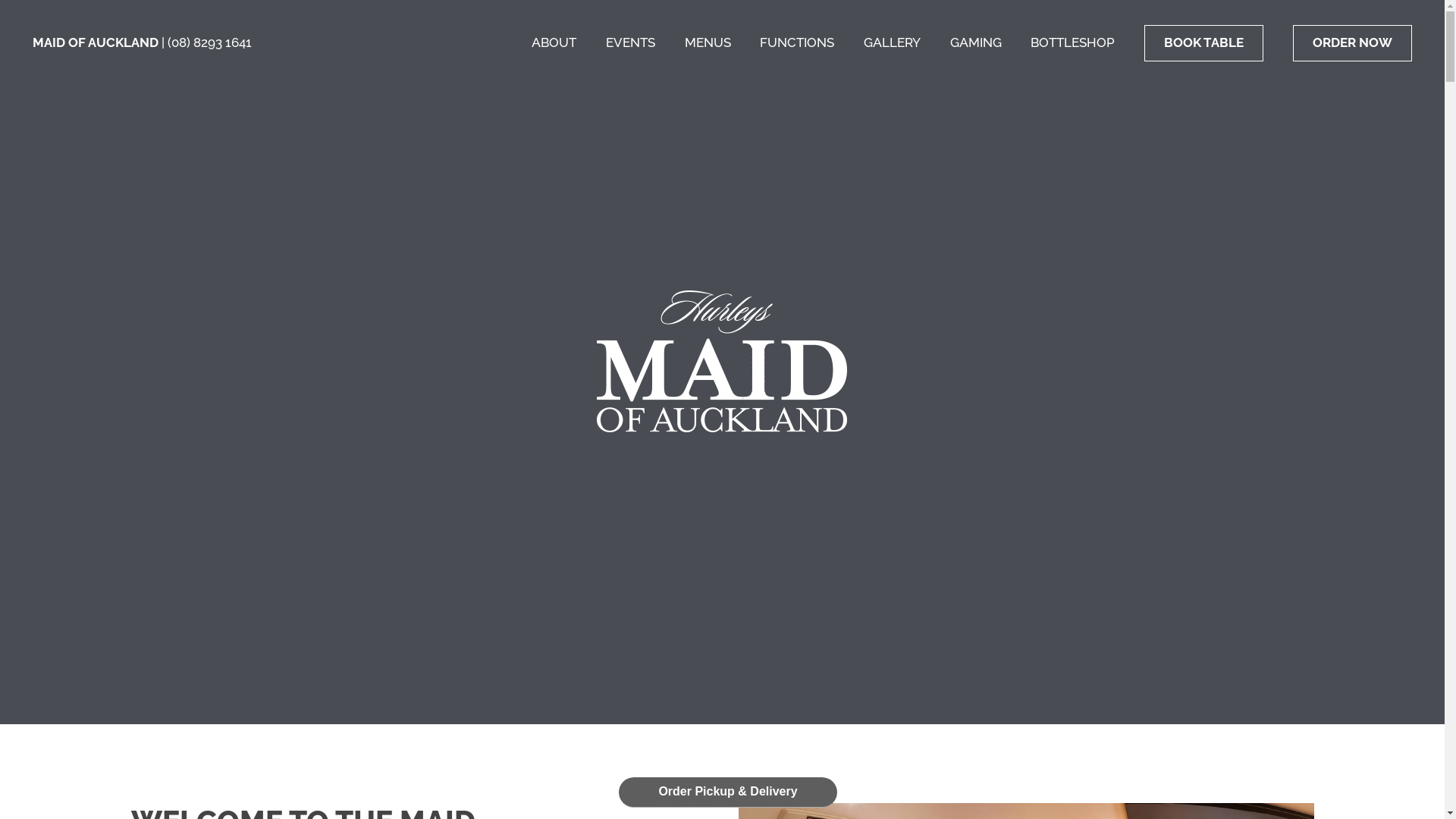 The height and width of the screenshot is (819, 1456). Describe the element at coordinates (1352, 42) in the screenshot. I see `'ORDER NOW'` at that location.